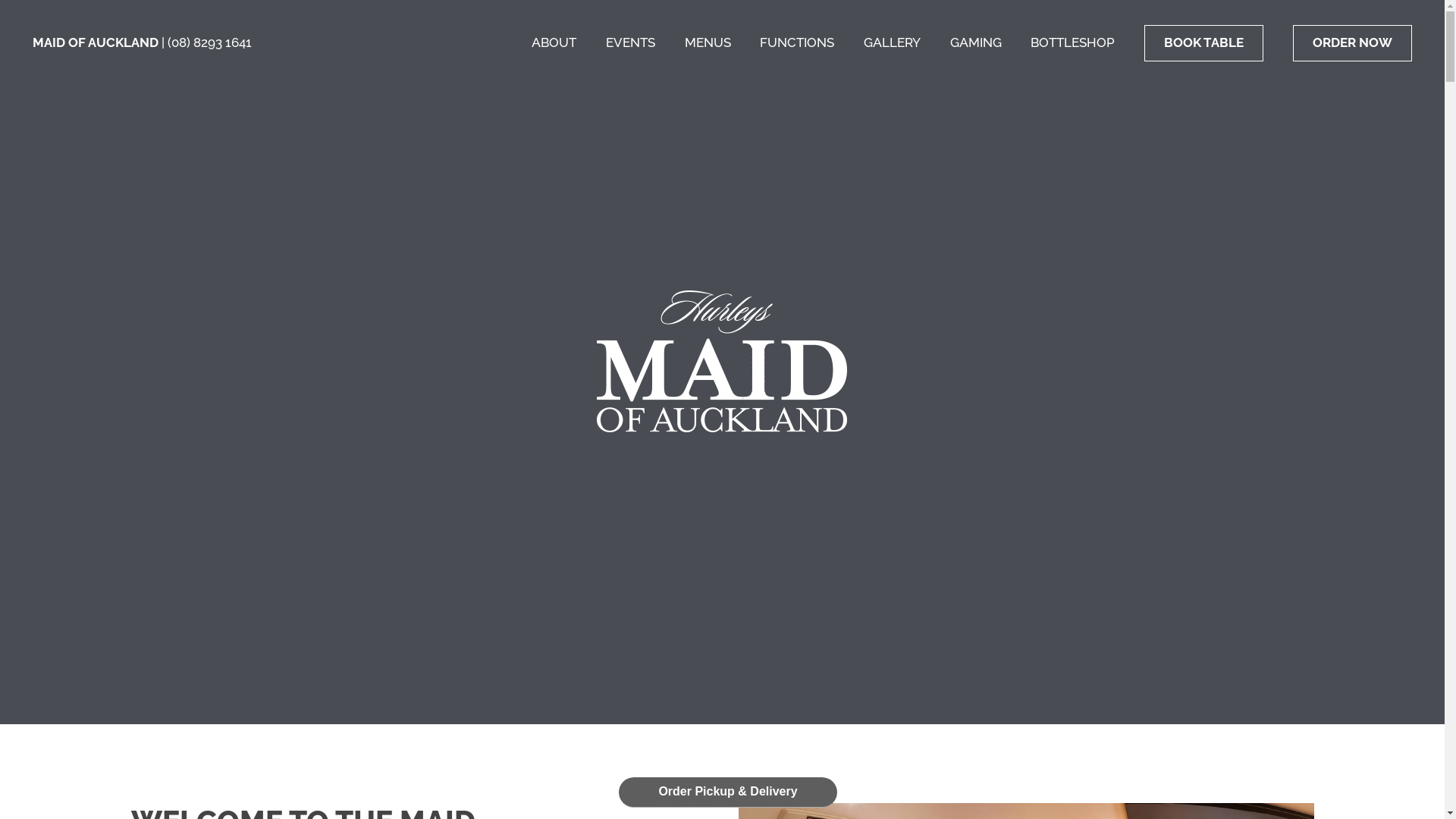 The height and width of the screenshot is (819, 1456). Describe the element at coordinates (1352, 42) in the screenshot. I see `'ORDER NOW'` at that location.